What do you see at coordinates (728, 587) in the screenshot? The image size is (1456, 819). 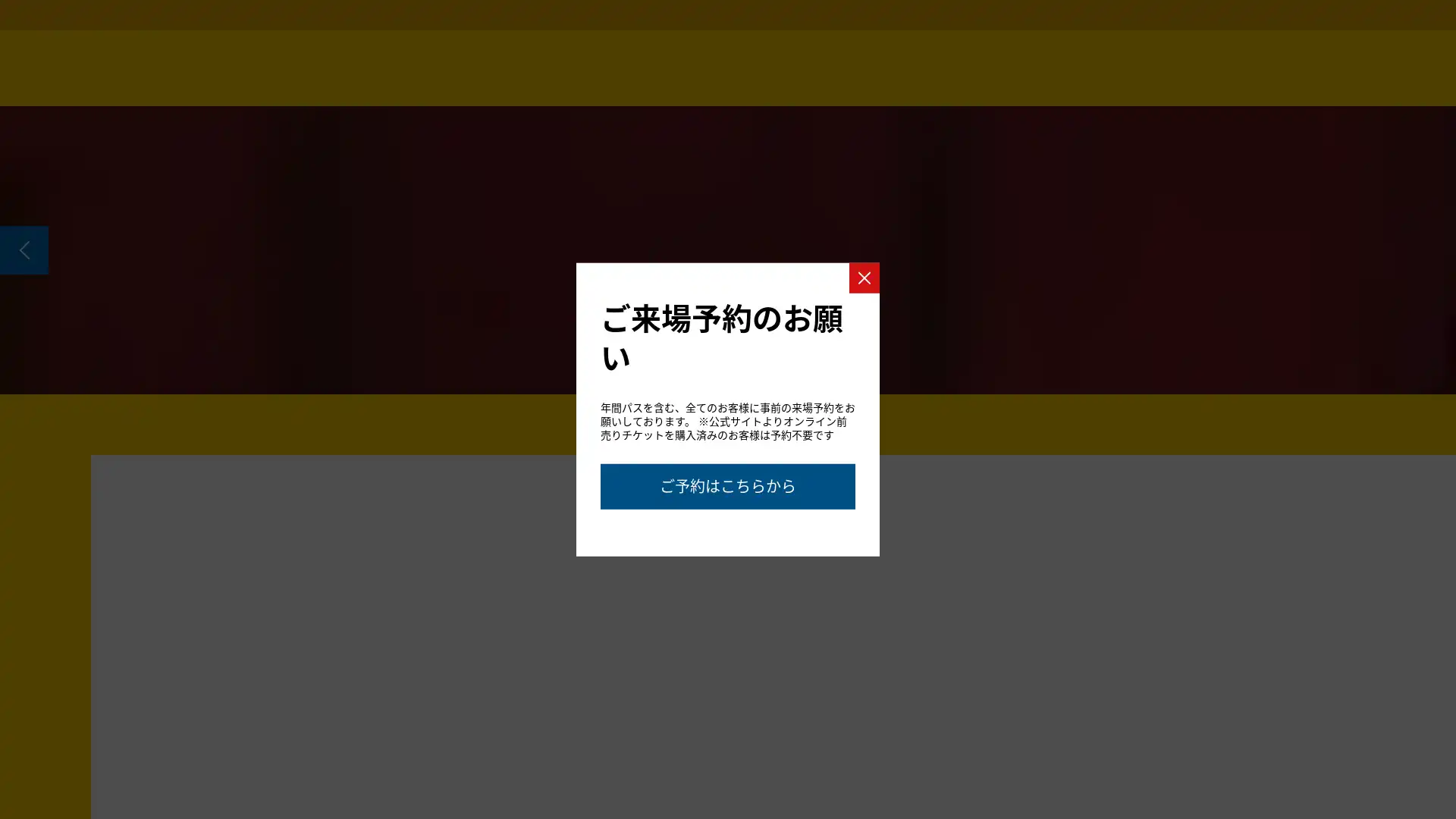 I see `Go to slide 2` at bounding box center [728, 587].